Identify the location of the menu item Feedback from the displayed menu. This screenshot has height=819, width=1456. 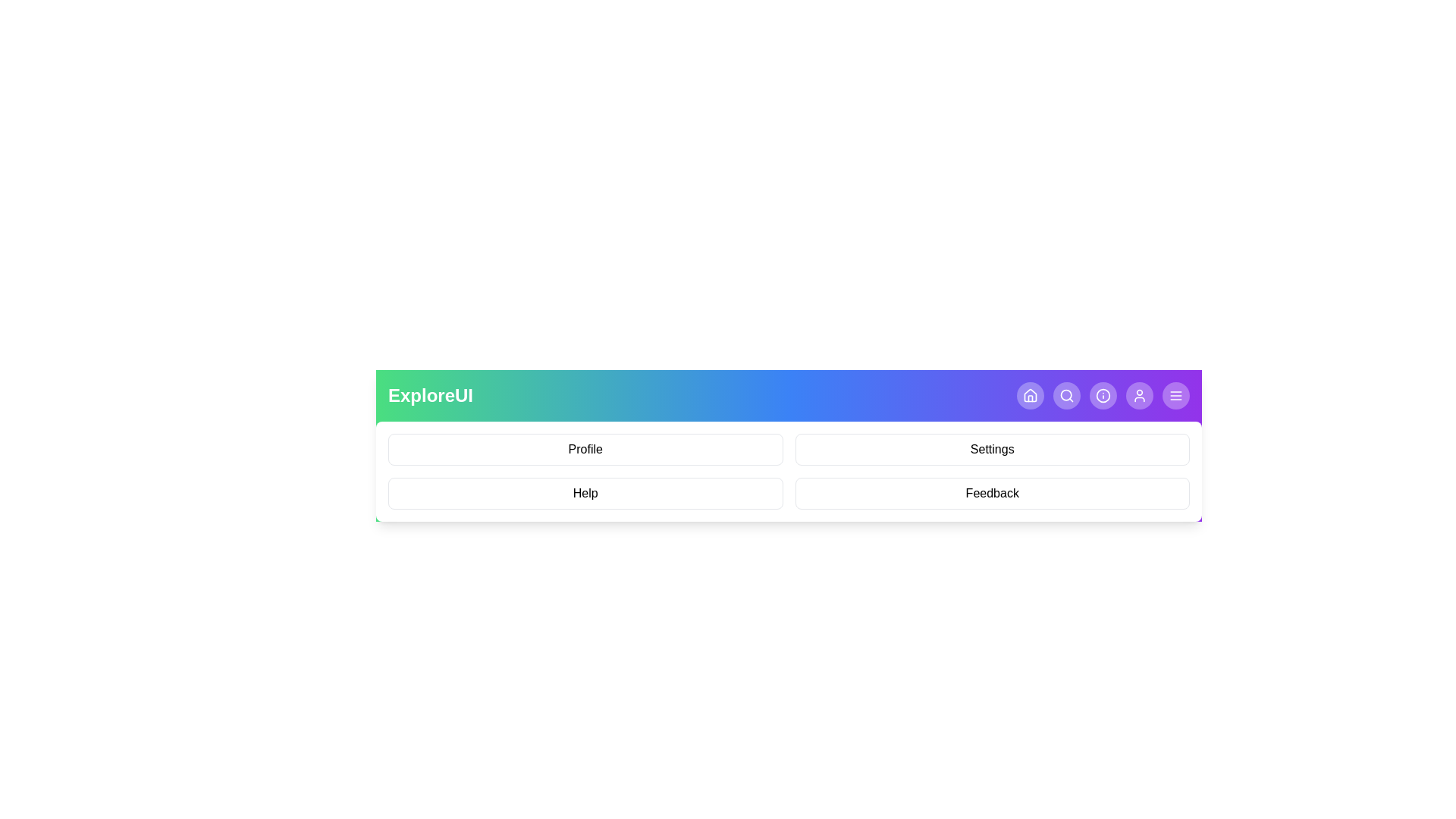
(993, 494).